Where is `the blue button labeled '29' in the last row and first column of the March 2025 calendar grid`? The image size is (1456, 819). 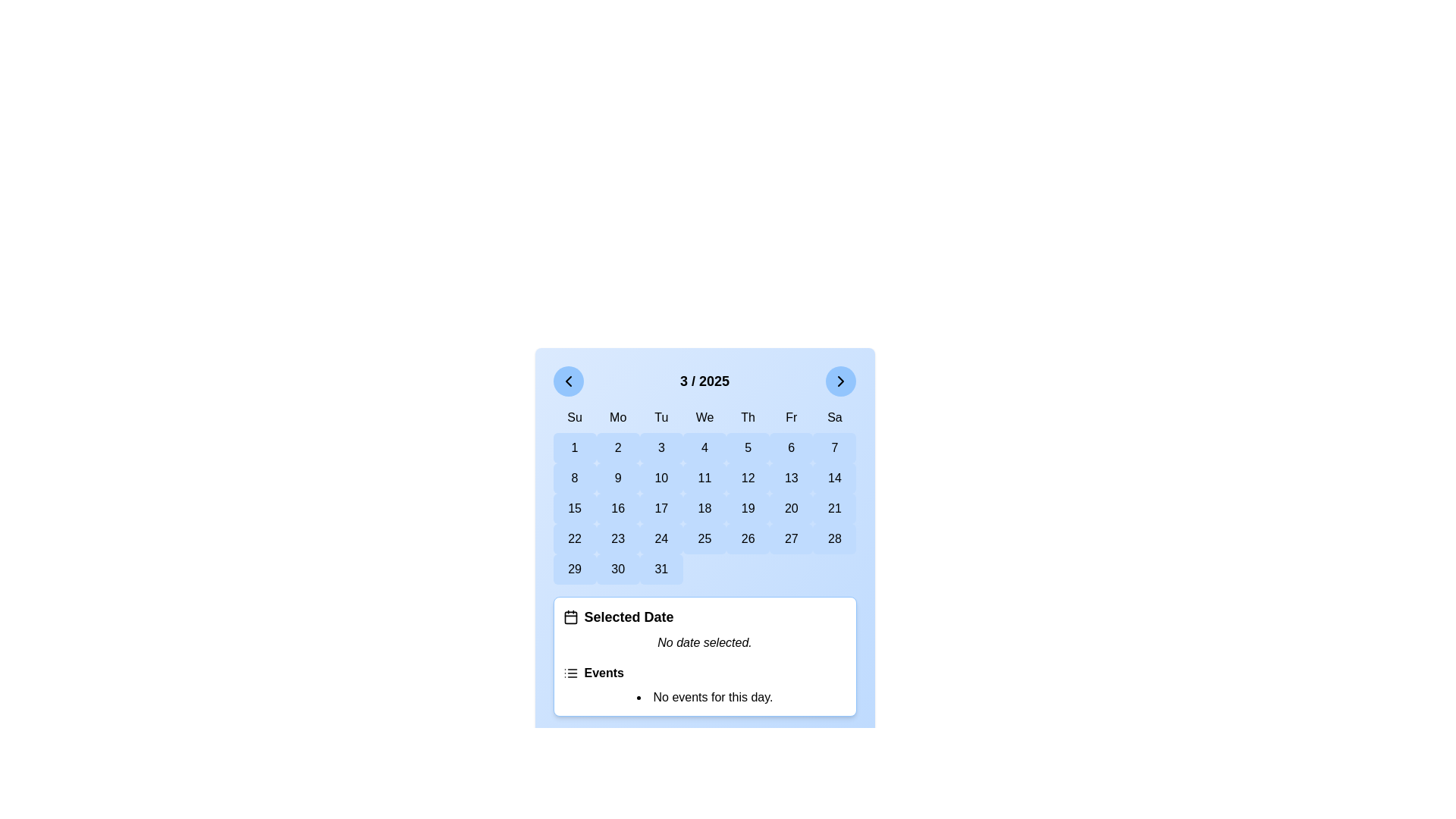 the blue button labeled '29' in the last row and first column of the March 2025 calendar grid is located at coordinates (574, 570).